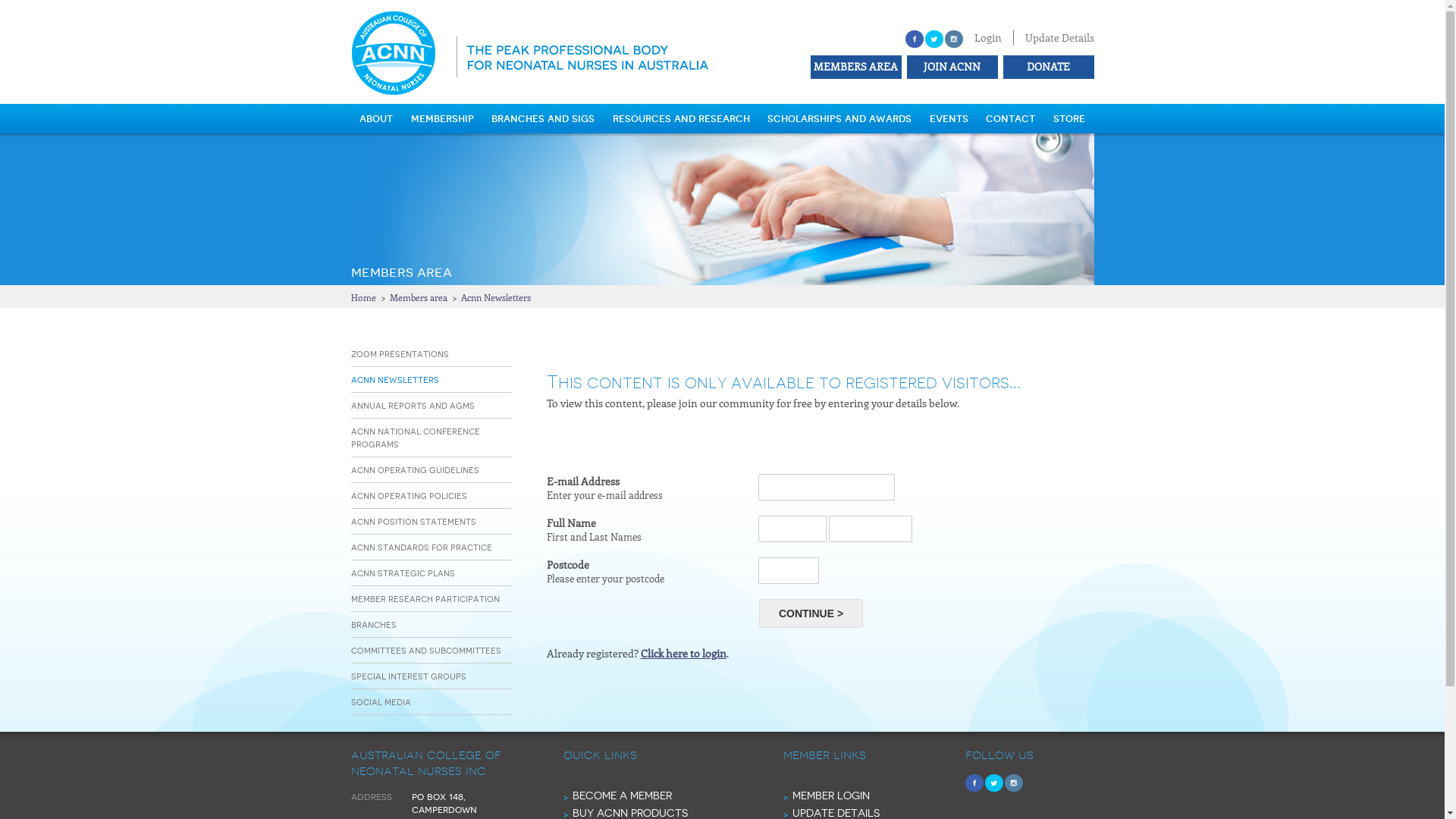 This screenshot has height=819, width=1456. Describe the element at coordinates (425, 598) in the screenshot. I see `'member research participation'` at that location.